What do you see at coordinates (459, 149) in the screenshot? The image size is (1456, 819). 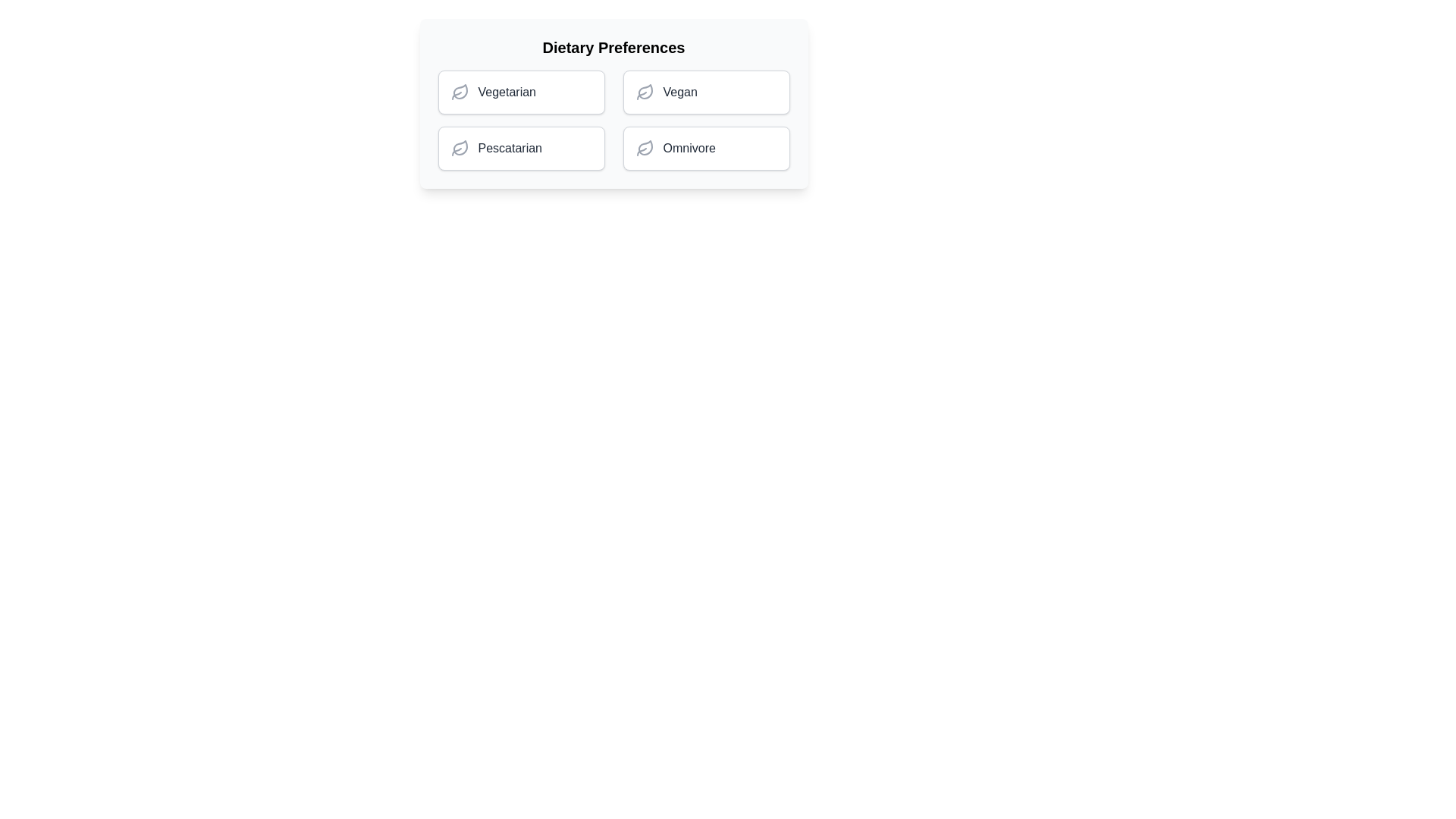 I see `the leaf icon located in the 'Pescatarian' block` at bounding box center [459, 149].